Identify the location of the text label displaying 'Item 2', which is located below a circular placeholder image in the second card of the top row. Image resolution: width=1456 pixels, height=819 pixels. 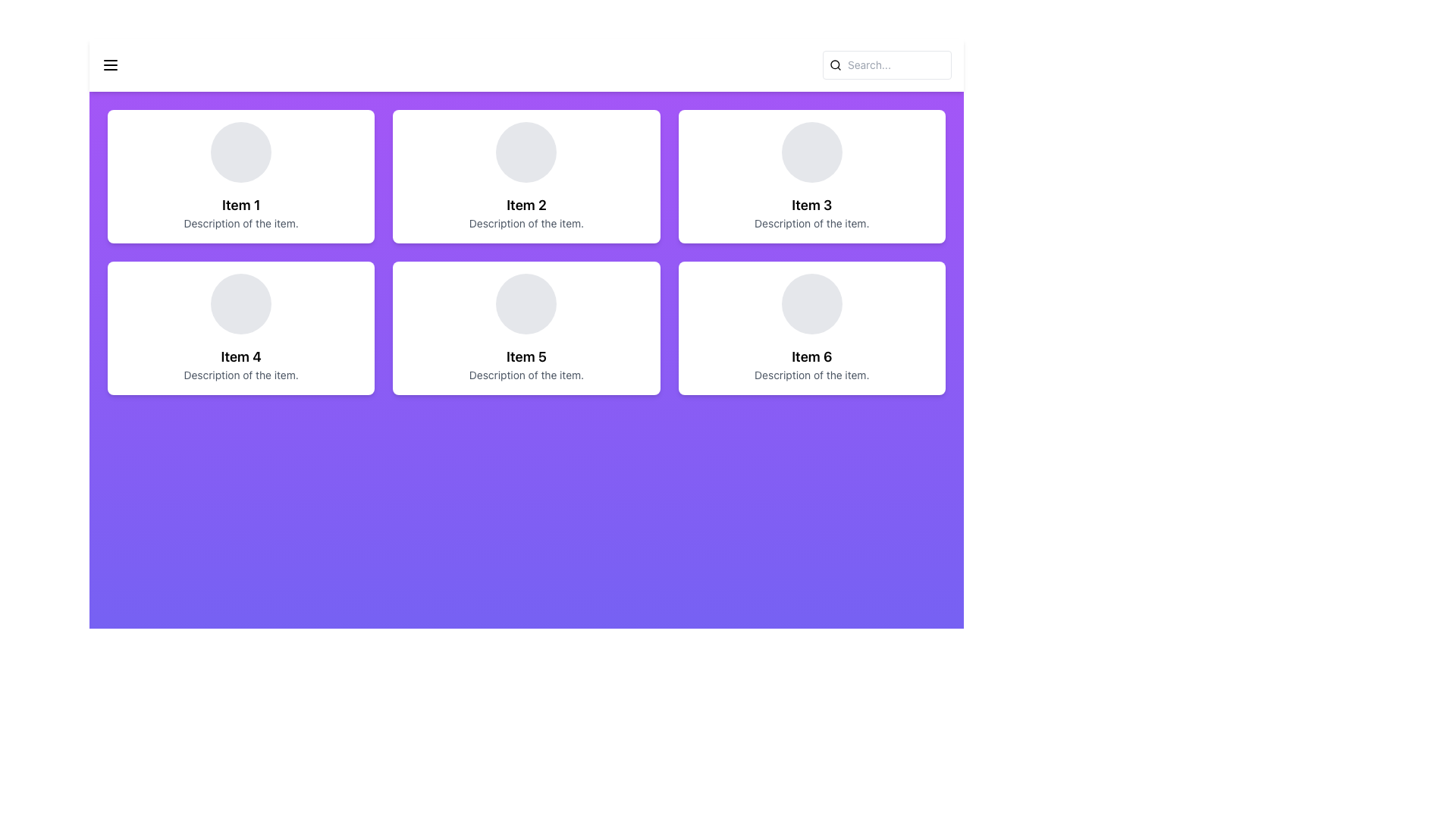
(526, 205).